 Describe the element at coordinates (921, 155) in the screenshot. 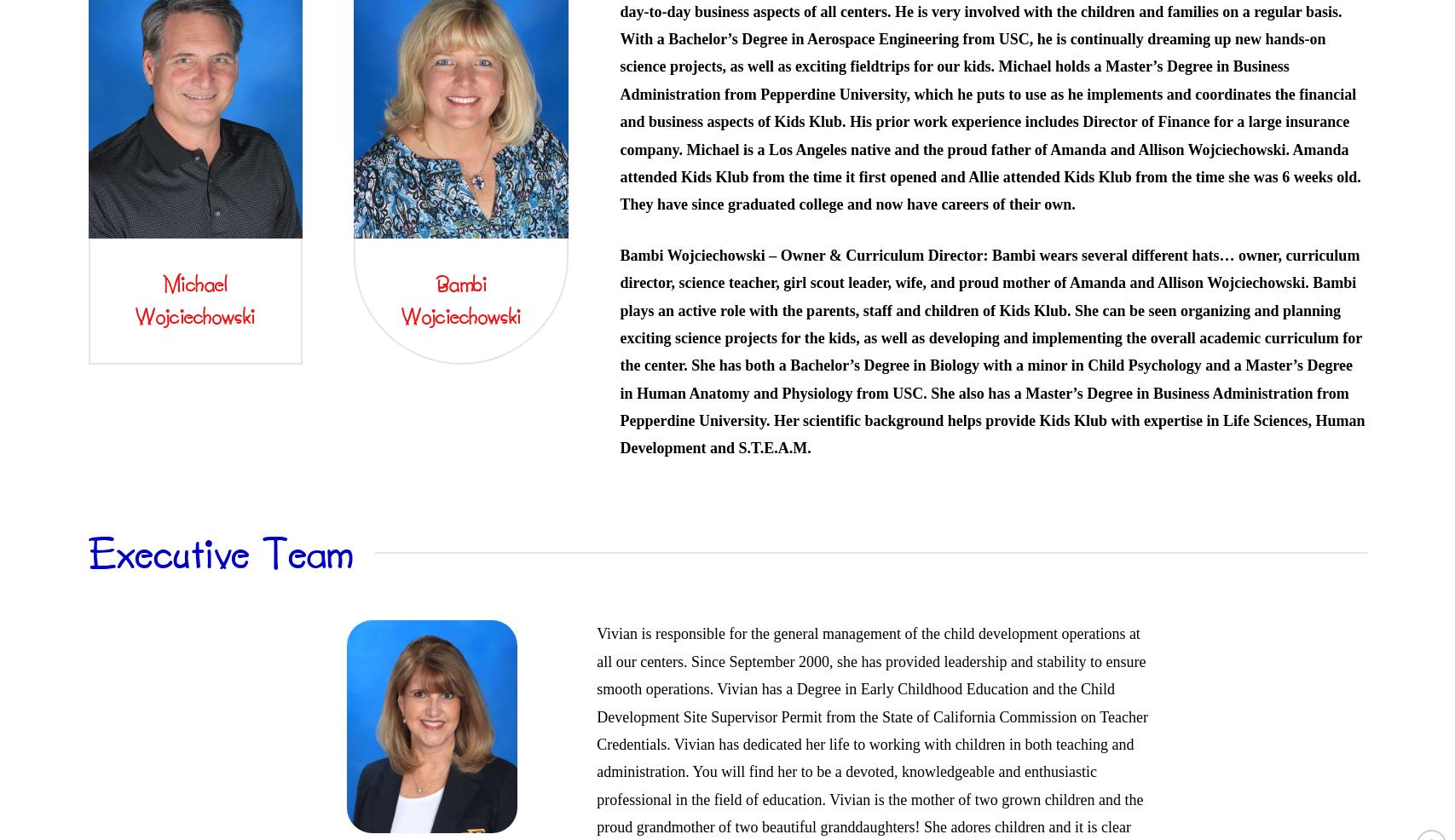

I see `'Fine Motor Skills'` at that location.